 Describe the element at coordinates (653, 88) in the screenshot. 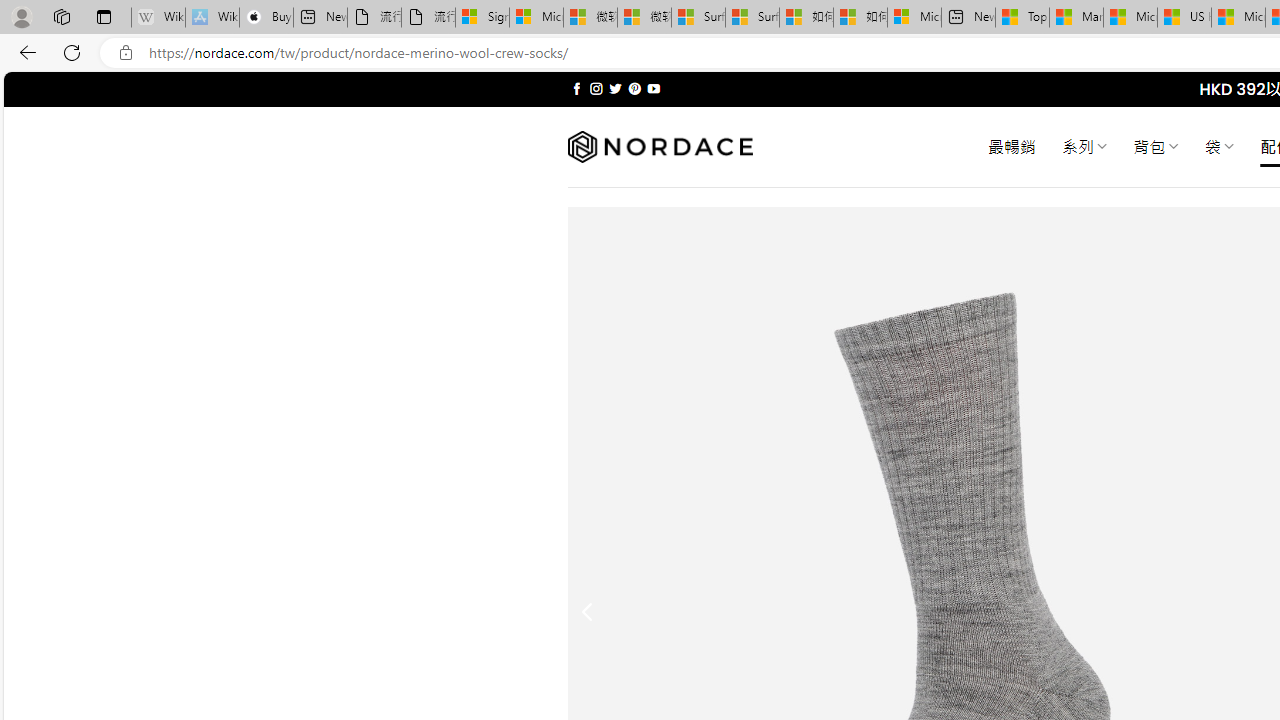

I see `'Follow on YouTube'` at that location.